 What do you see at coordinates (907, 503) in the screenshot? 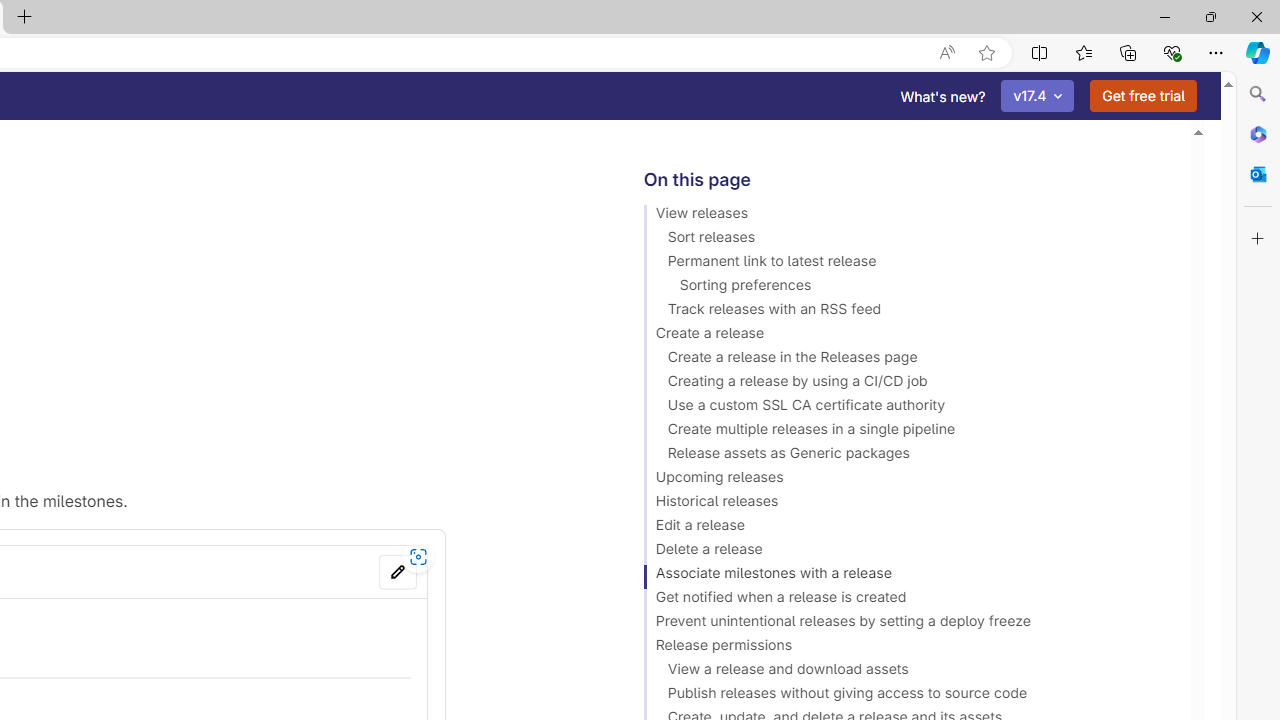
I see `'Historical releases'` at bounding box center [907, 503].